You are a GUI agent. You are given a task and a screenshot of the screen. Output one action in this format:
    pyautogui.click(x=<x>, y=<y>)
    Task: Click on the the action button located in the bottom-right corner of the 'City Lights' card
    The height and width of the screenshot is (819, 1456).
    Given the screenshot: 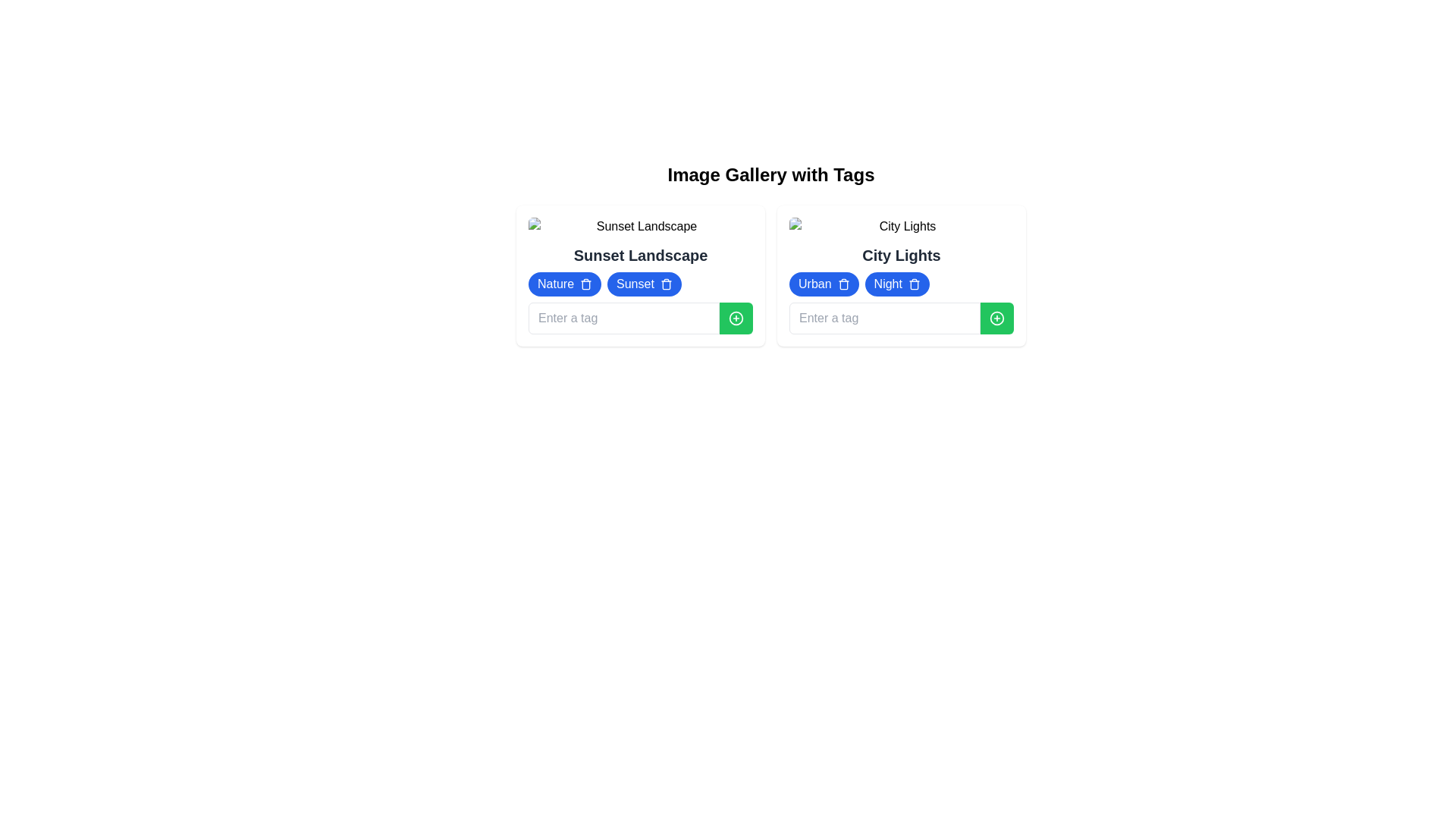 What is the action you would take?
    pyautogui.click(x=736, y=318)
    